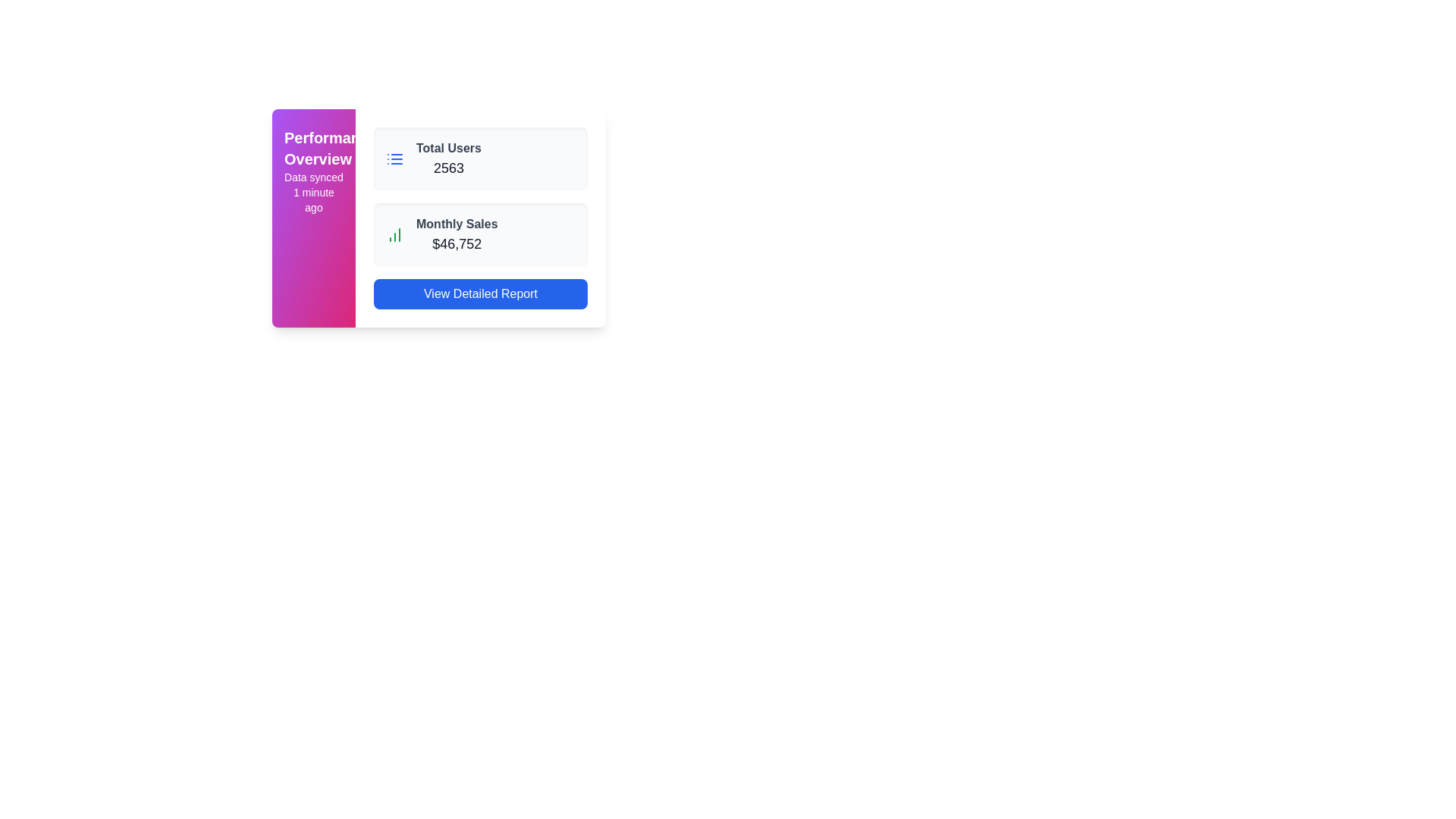 Image resolution: width=1456 pixels, height=819 pixels. Describe the element at coordinates (395, 158) in the screenshot. I see `the small rectangular icon resembling a list, which is blue-colored and positioned to the left of the 'Total Users' label within a card-like component` at that location.